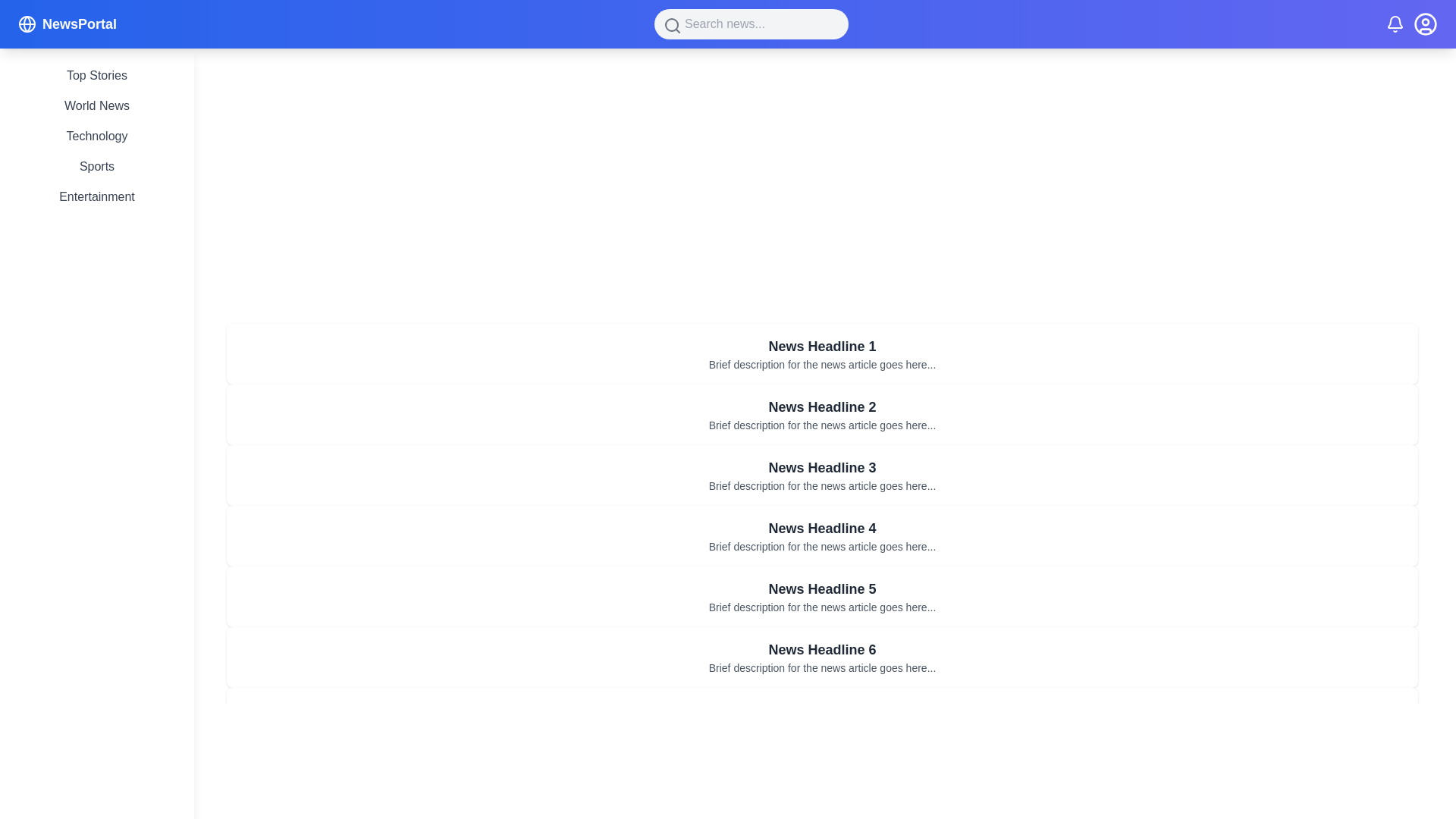  What do you see at coordinates (821, 485) in the screenshot?
I see `the text snippet located directly below the bold headline 'News Headline 3', which is a smaller font size and light gray color` at bounding box center [821, 485].